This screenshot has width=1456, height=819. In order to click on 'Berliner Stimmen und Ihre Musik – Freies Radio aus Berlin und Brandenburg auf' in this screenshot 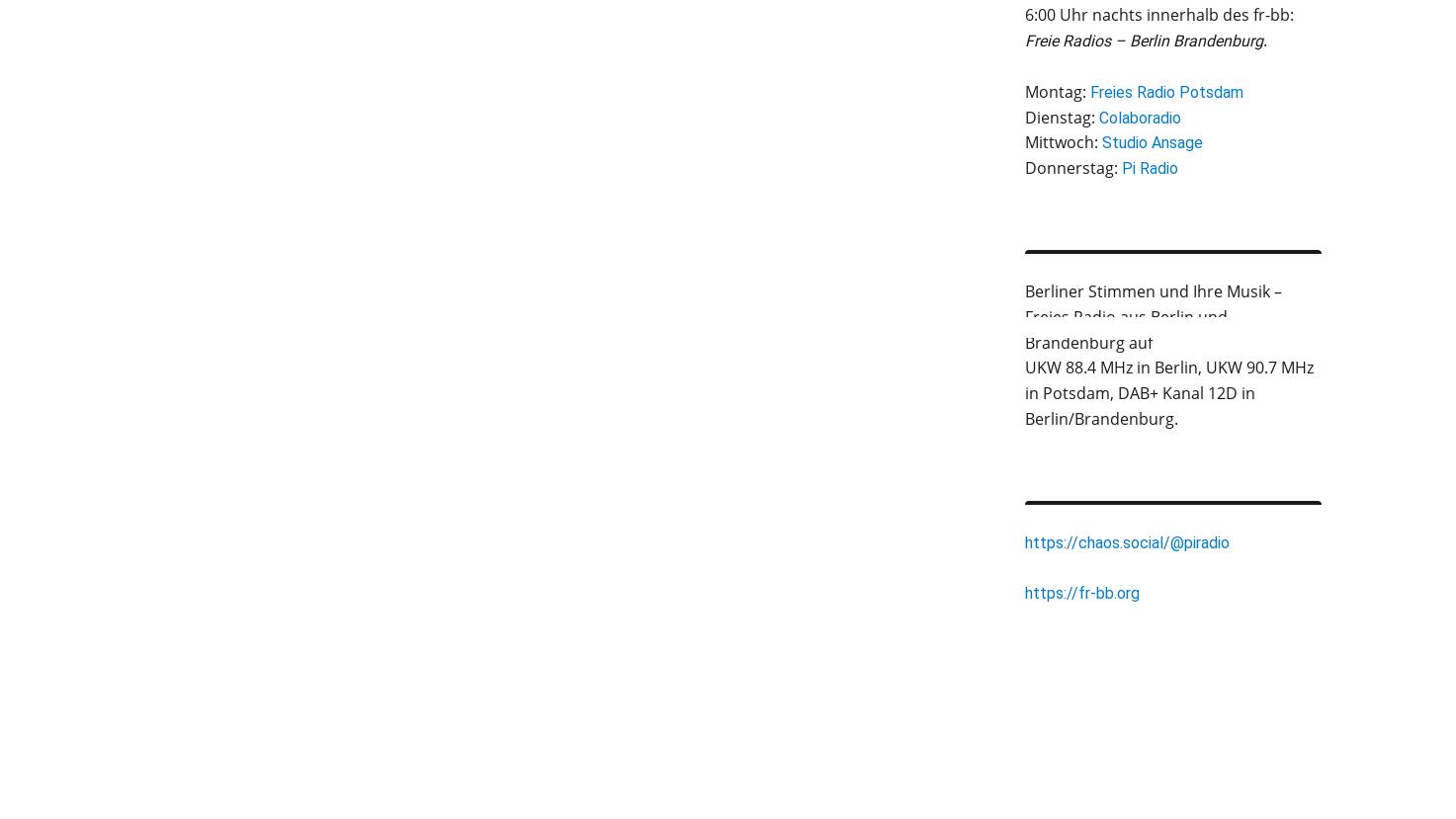, I will do `click(1152, 315)`.